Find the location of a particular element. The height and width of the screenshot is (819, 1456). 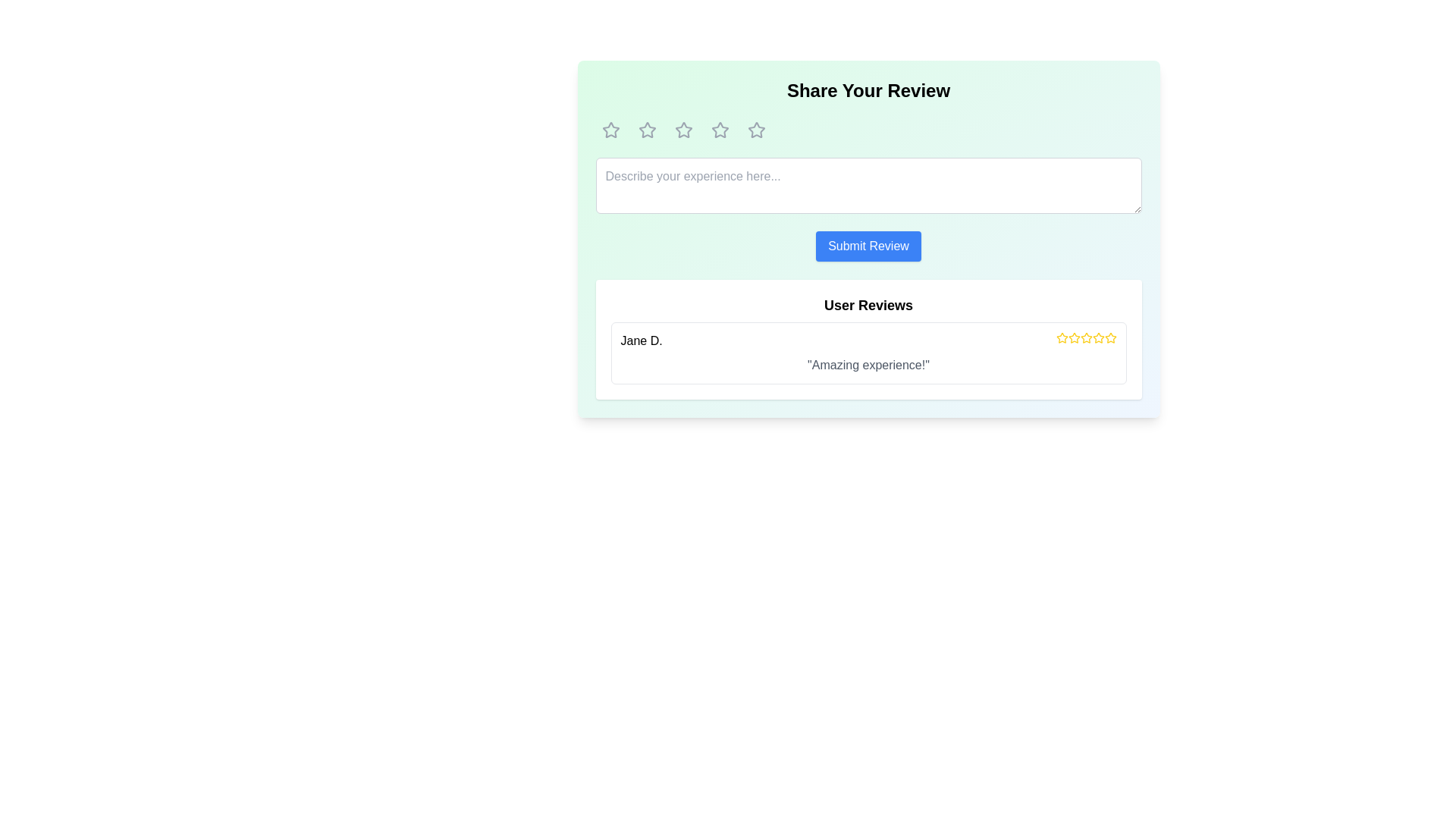

the fourth star button for rating, which is located between the third and fifth stars in a row of five stars near the top of the modal dialog box is located at coordinates (719, 130).